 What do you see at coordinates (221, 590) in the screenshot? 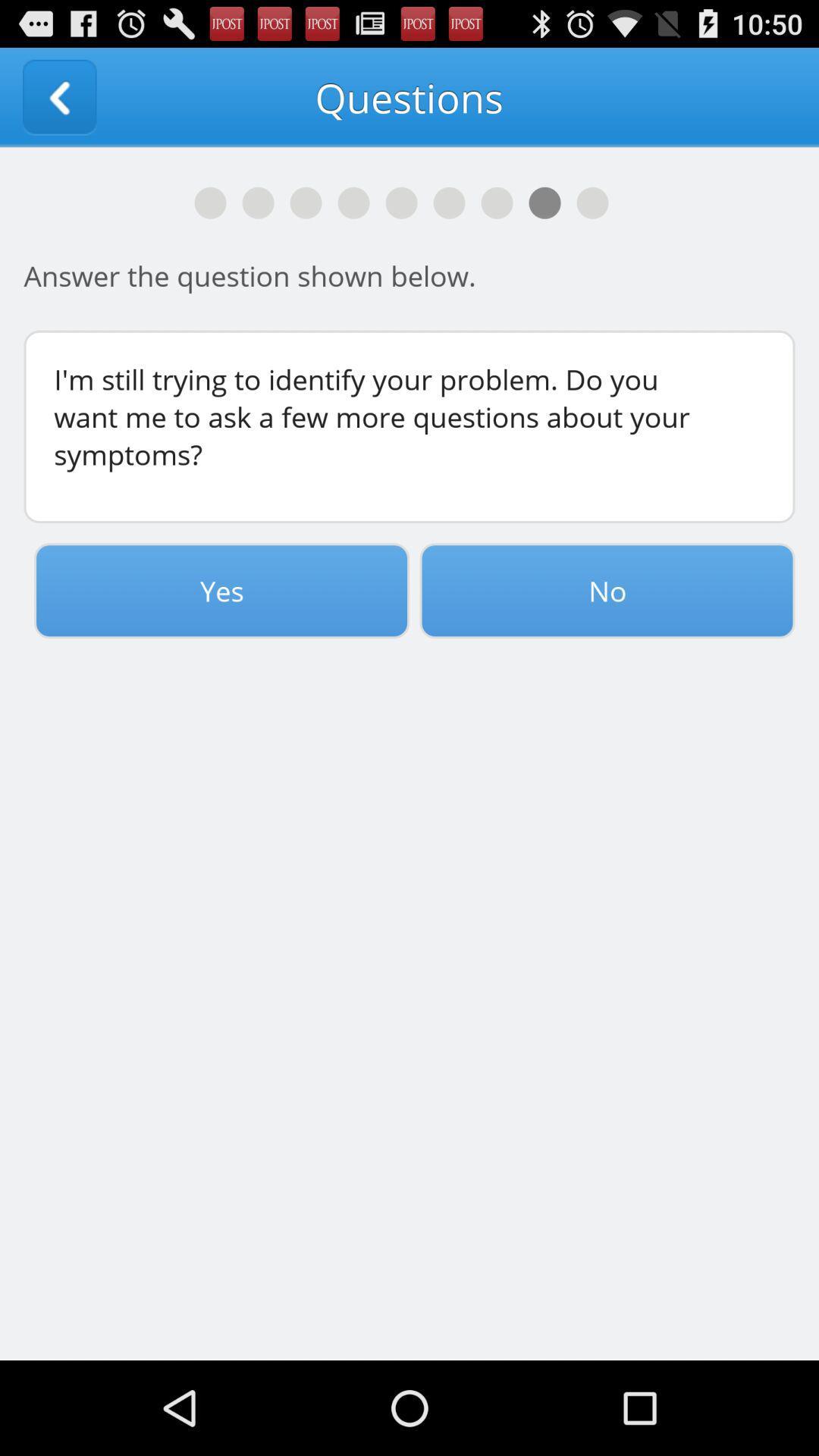
I see `the button on the left` at bounding box center [221, 590].